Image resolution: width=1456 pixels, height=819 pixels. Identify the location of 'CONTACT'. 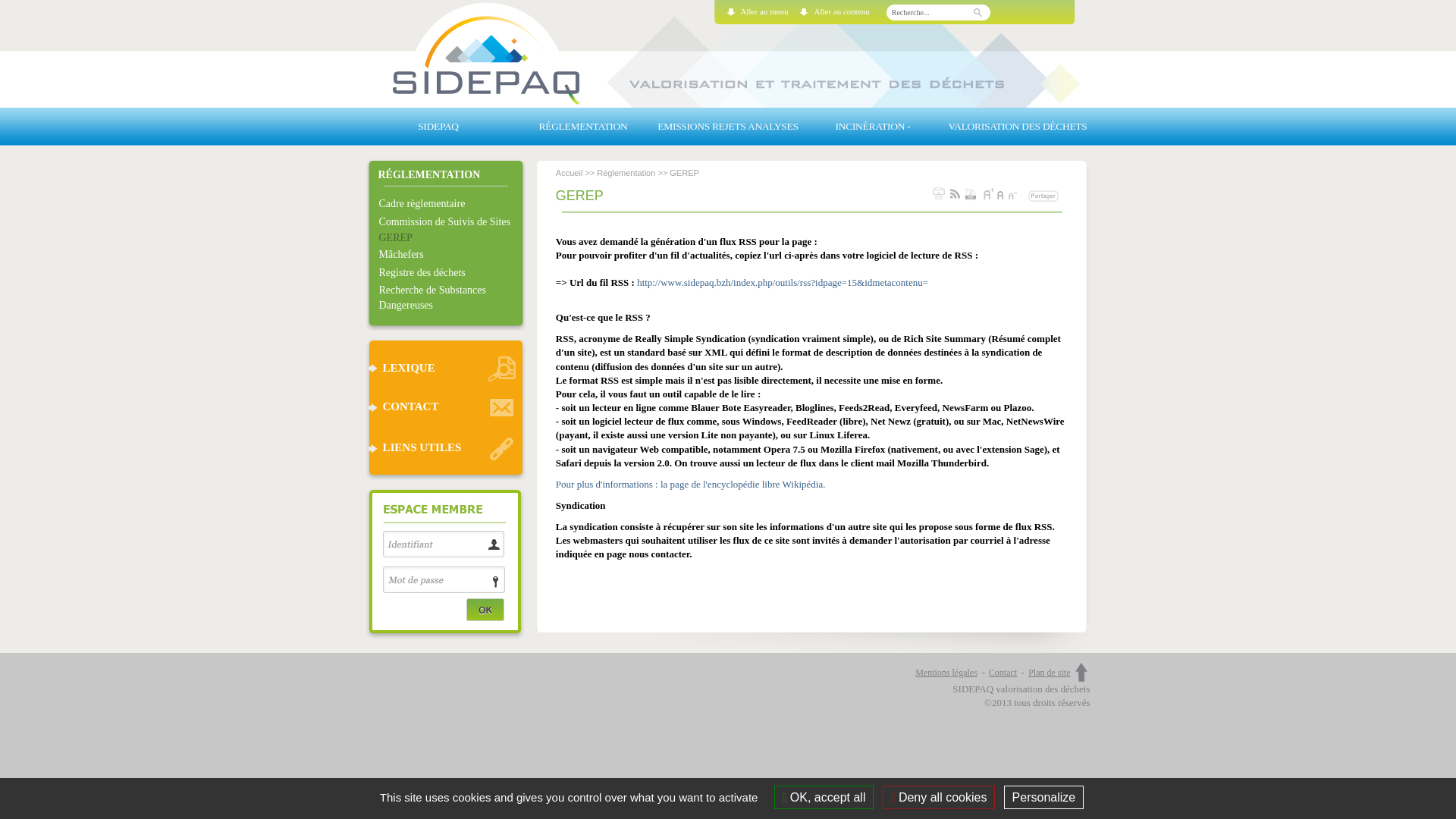
(444, 406).